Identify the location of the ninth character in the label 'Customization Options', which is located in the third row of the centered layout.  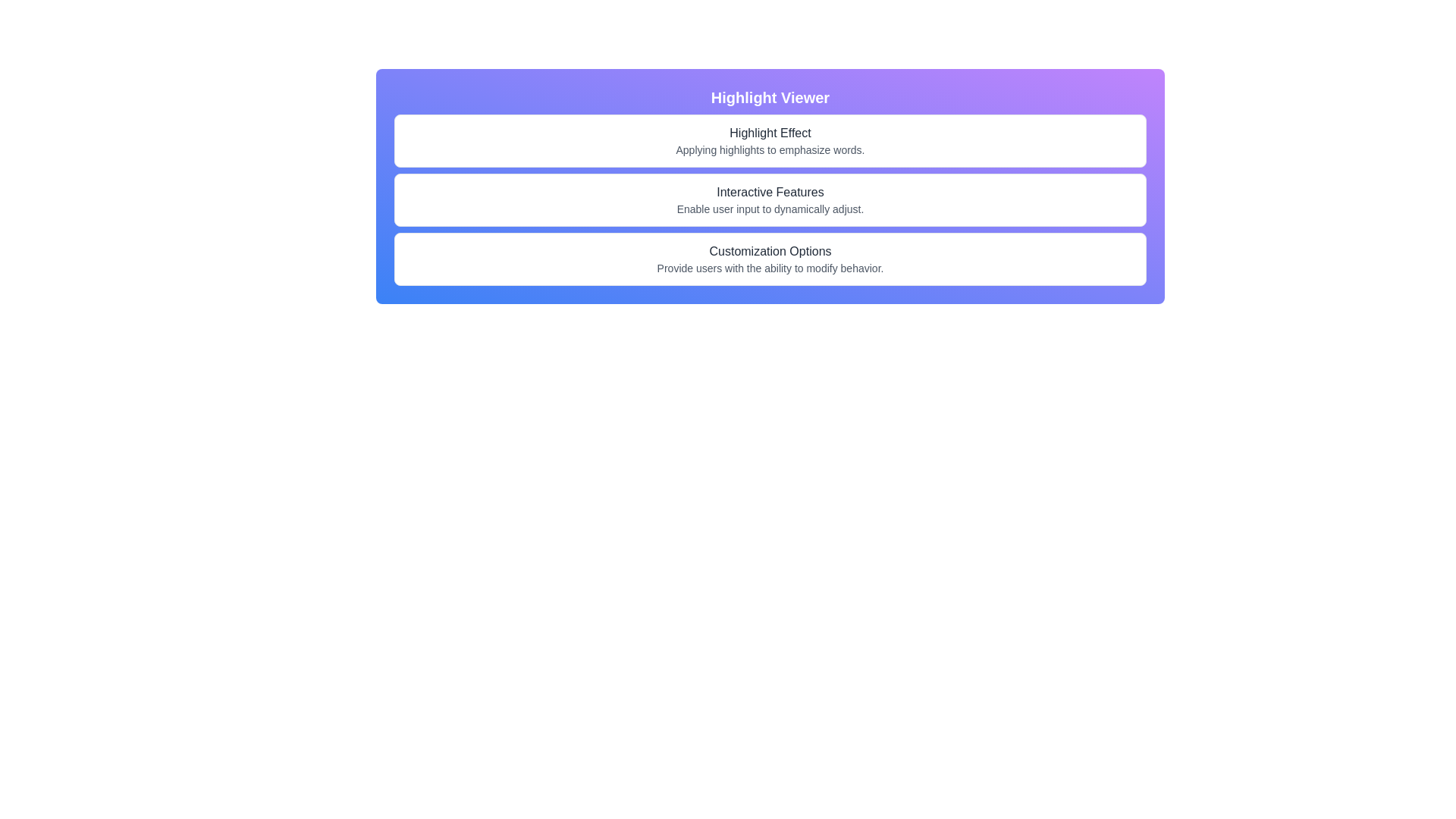
(763, 250).